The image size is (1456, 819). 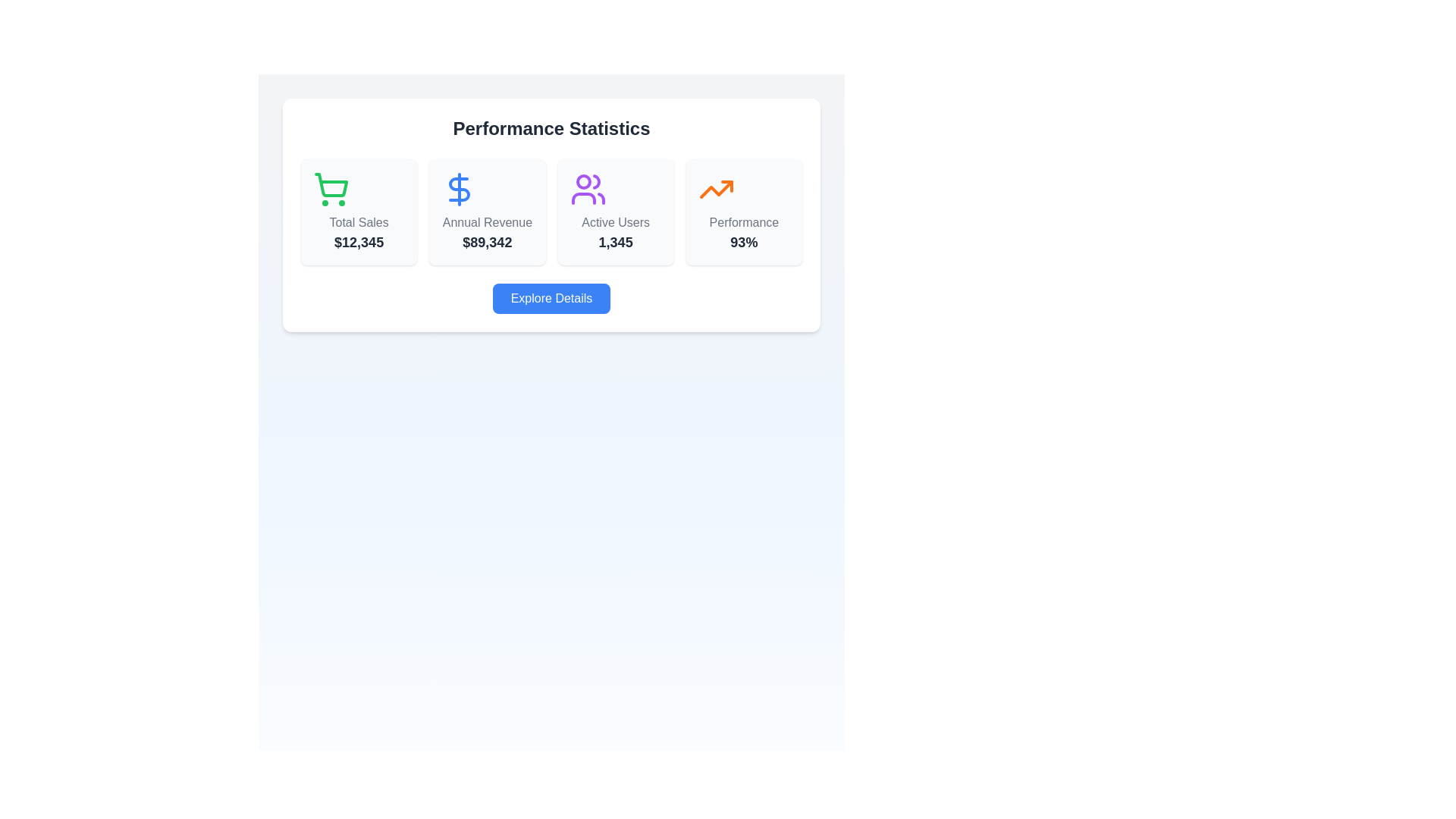 What do you see at coordinates (331, 184) in the screenshot?
I see `the central part of the shopping cart icon, which is part of the SVG graphic in the 'Total Sales' card, located below the 'Performance Statistics' header` at bounding box center [331, 184].